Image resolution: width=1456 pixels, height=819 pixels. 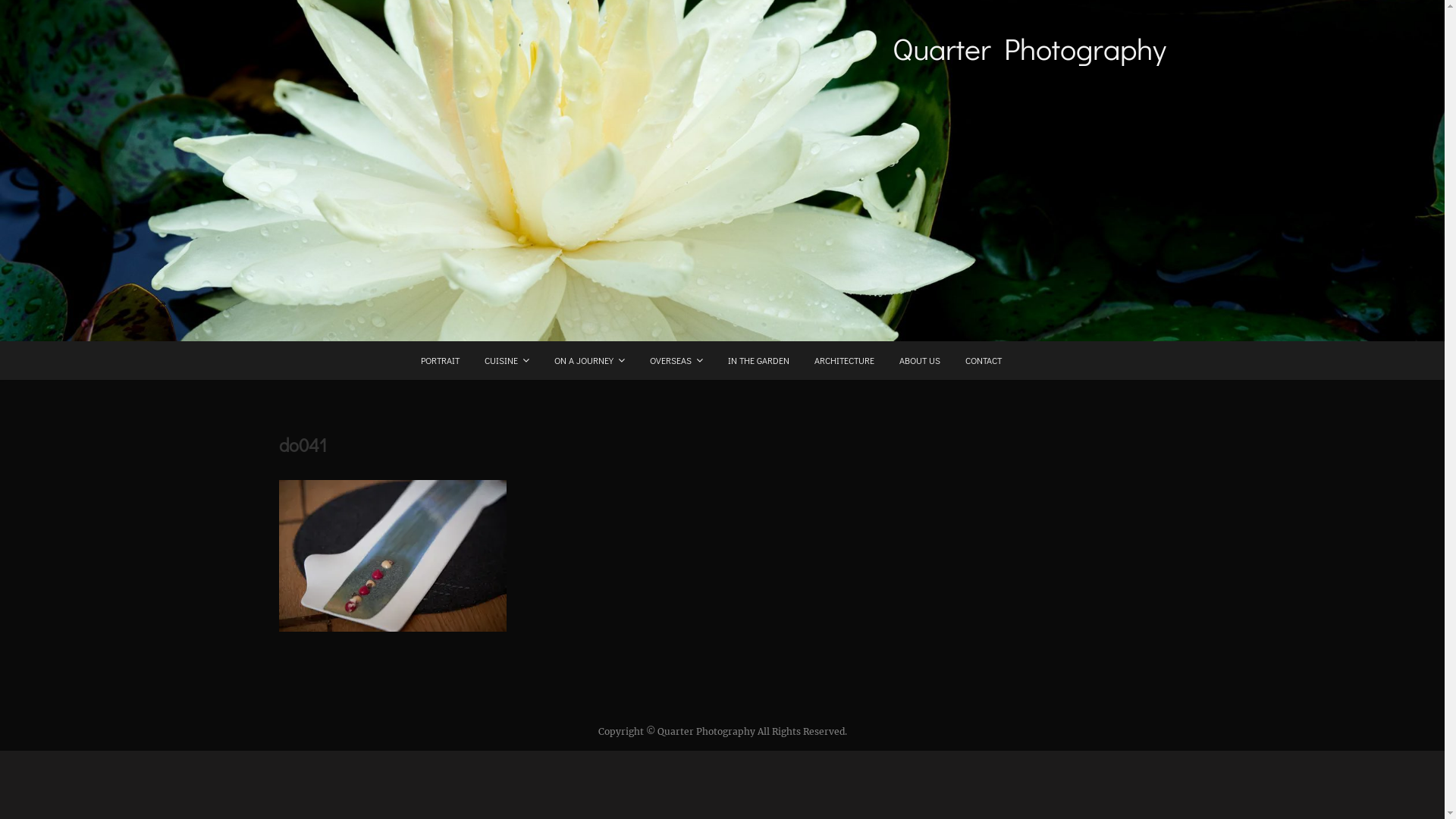 What do you see at coordinates (892, 48) in the screenshot?
I see `'Quarter Photography'` at bounding box center [892, 48].